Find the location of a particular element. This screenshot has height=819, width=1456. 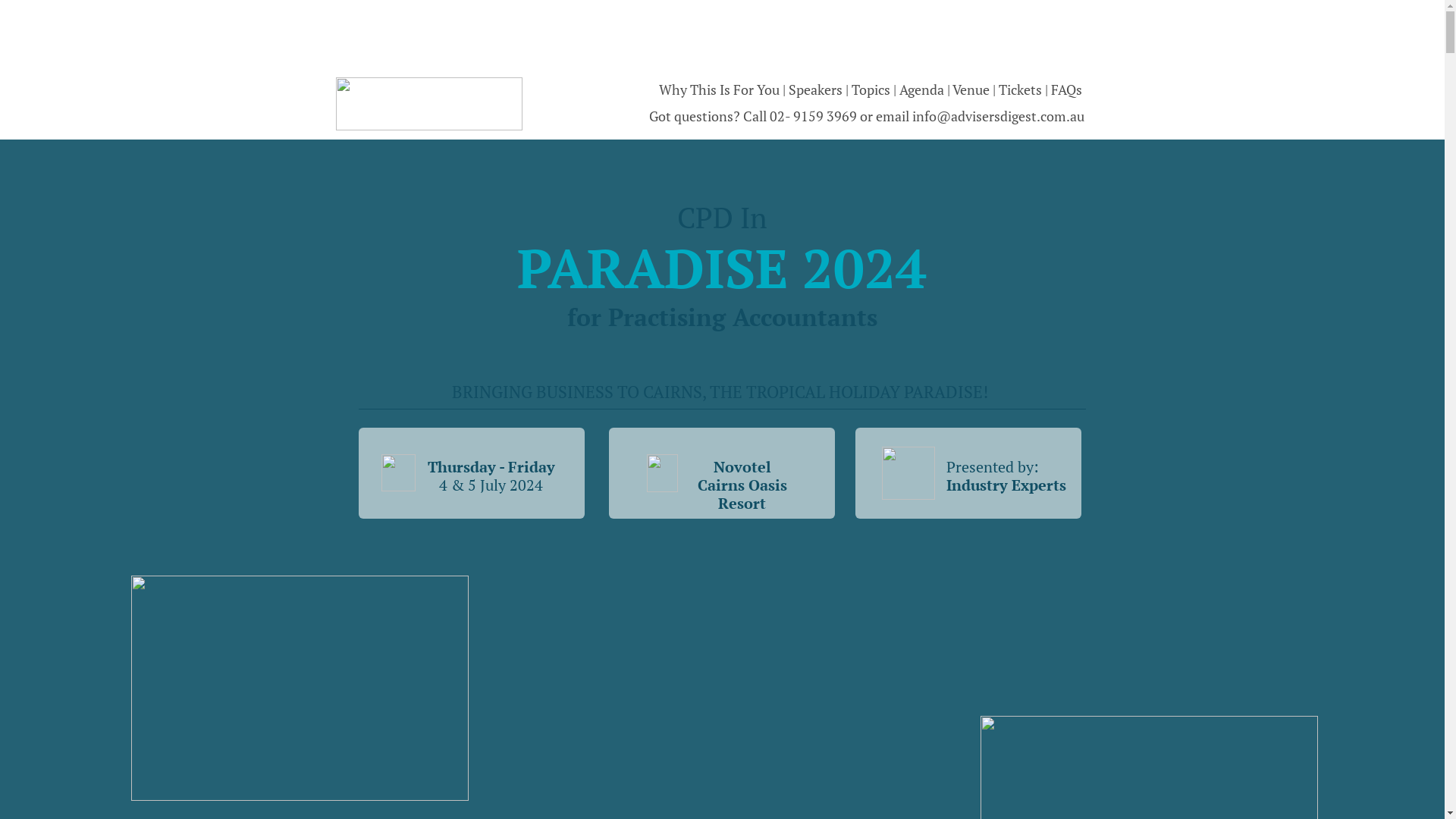

'Tickets' is located at coordinates (1021, 89).